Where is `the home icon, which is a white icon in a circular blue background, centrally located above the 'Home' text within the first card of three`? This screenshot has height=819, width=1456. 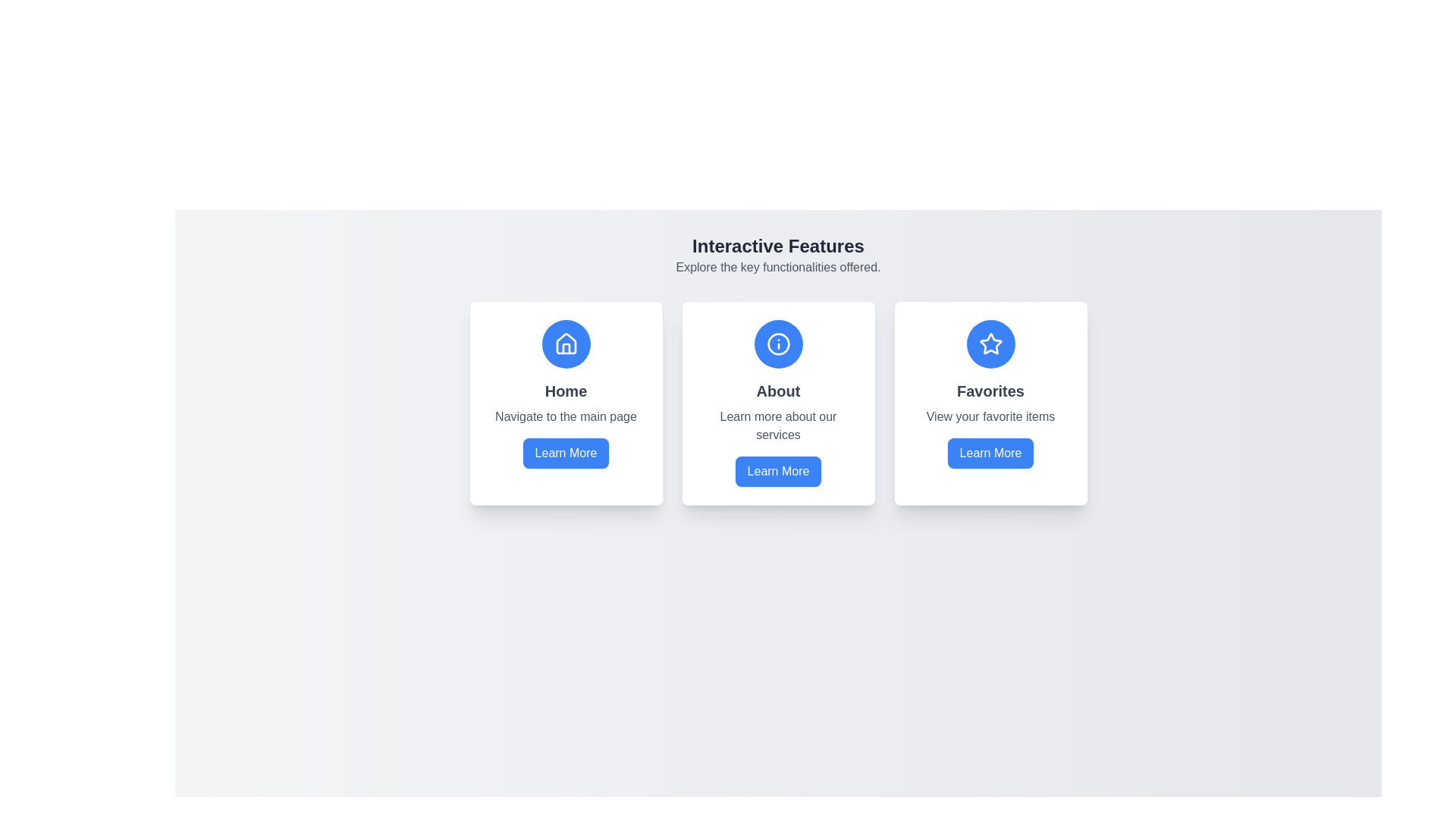
the home icon, which is a white icon in a circular blue background, centrally located above the 'Home' text within the first card of three is located at coordinates (565, 344).